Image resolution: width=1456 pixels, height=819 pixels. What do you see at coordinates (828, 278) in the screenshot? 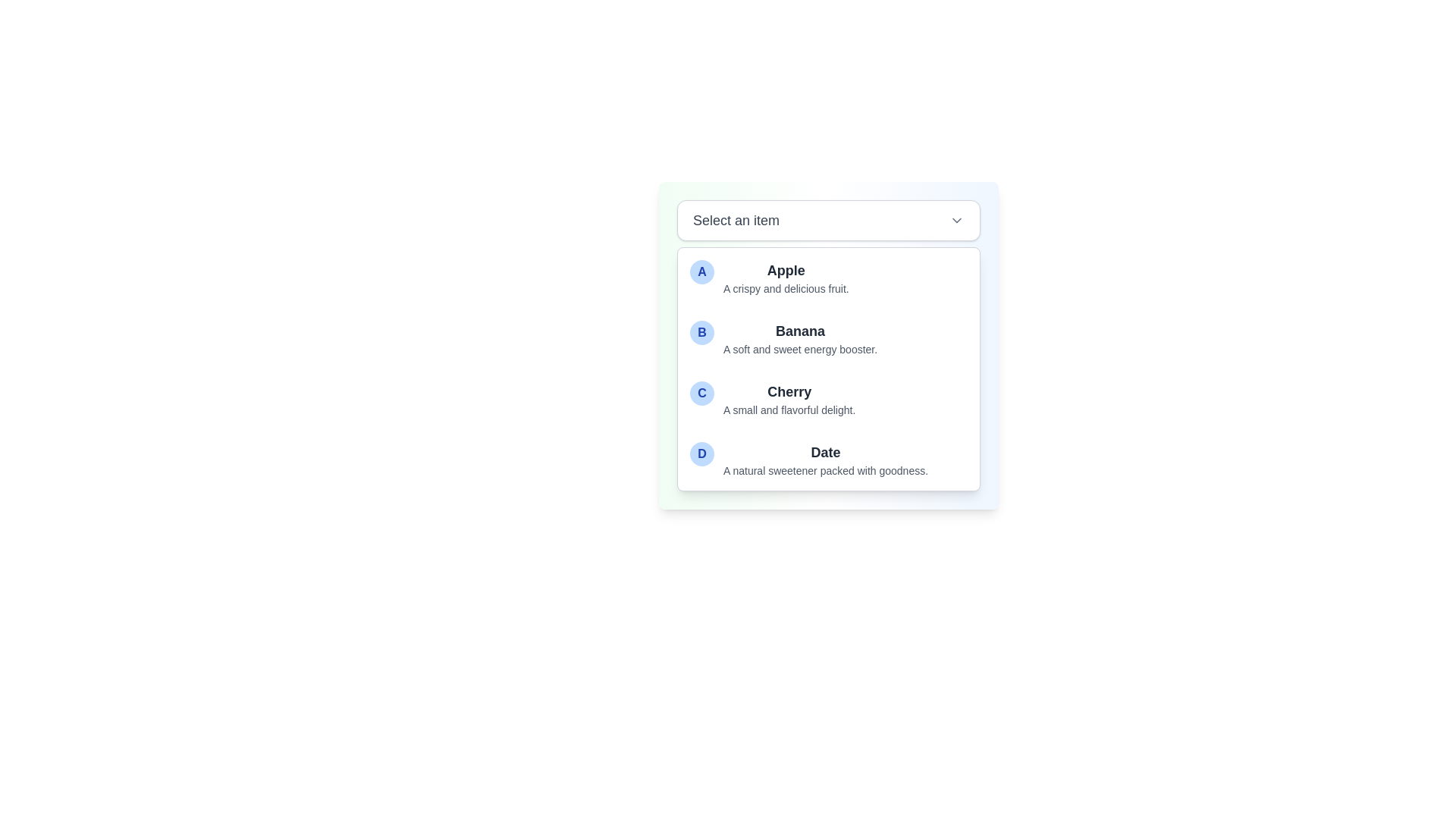
I see `the list item displaying a stylized letter 'A' on a circular blue background, followed by the text 'Apple'` at bounding box center [828, 278].